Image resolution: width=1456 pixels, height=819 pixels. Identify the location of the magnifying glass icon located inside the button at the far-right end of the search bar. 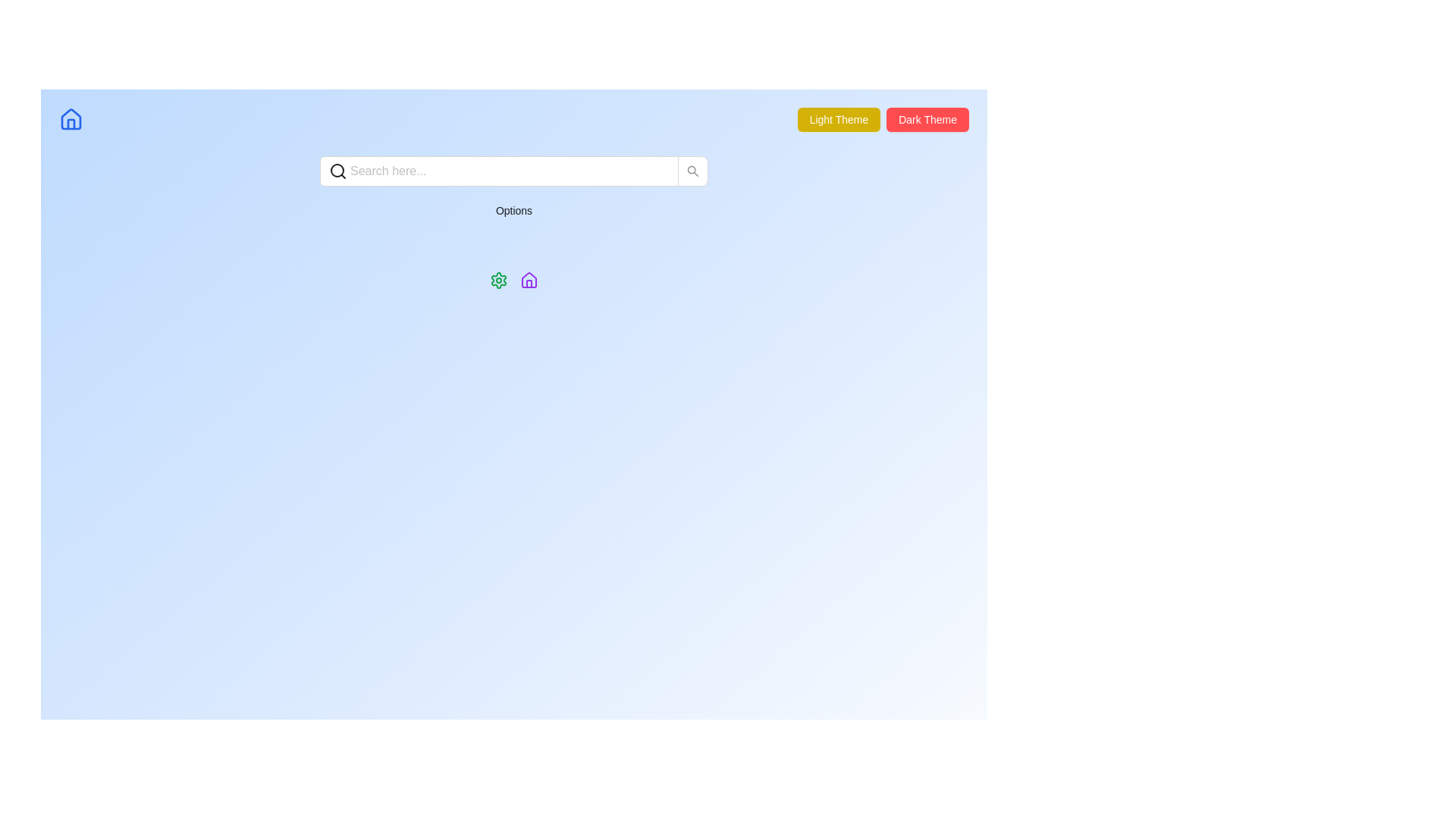
(692, 171).